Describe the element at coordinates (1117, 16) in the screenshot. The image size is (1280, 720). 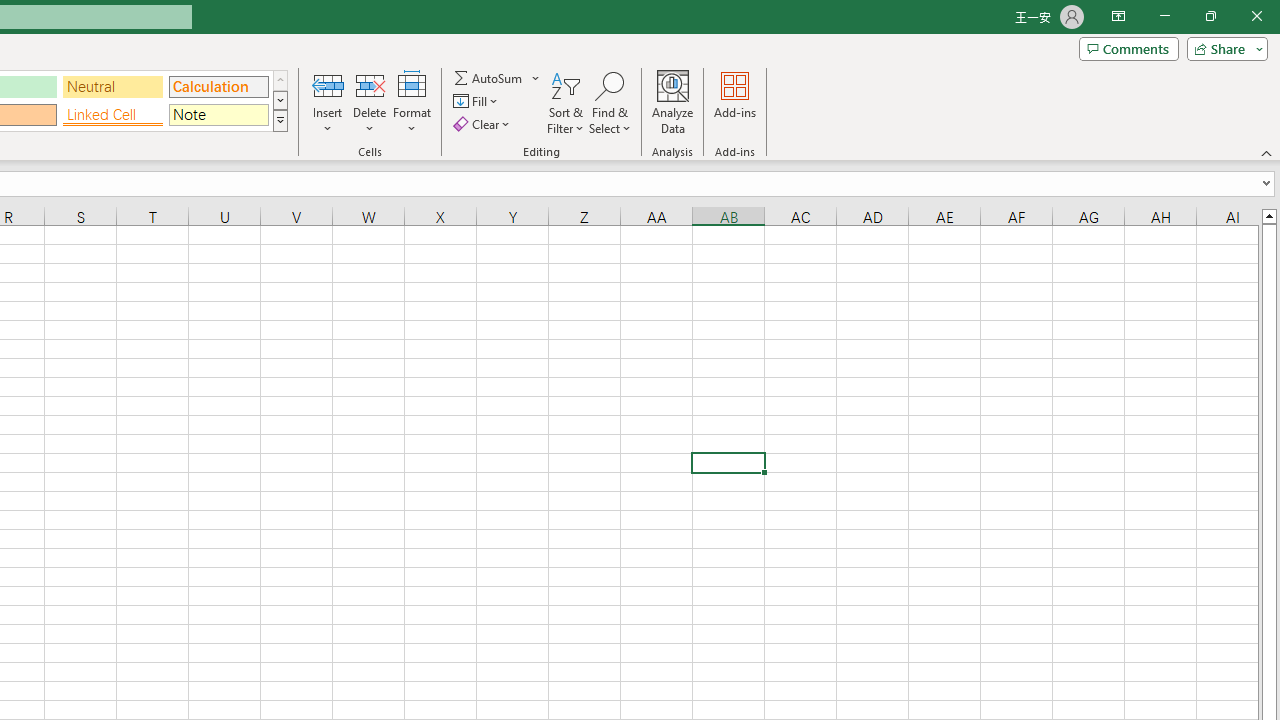
I see `'Ribbon Display Options'` at that location.